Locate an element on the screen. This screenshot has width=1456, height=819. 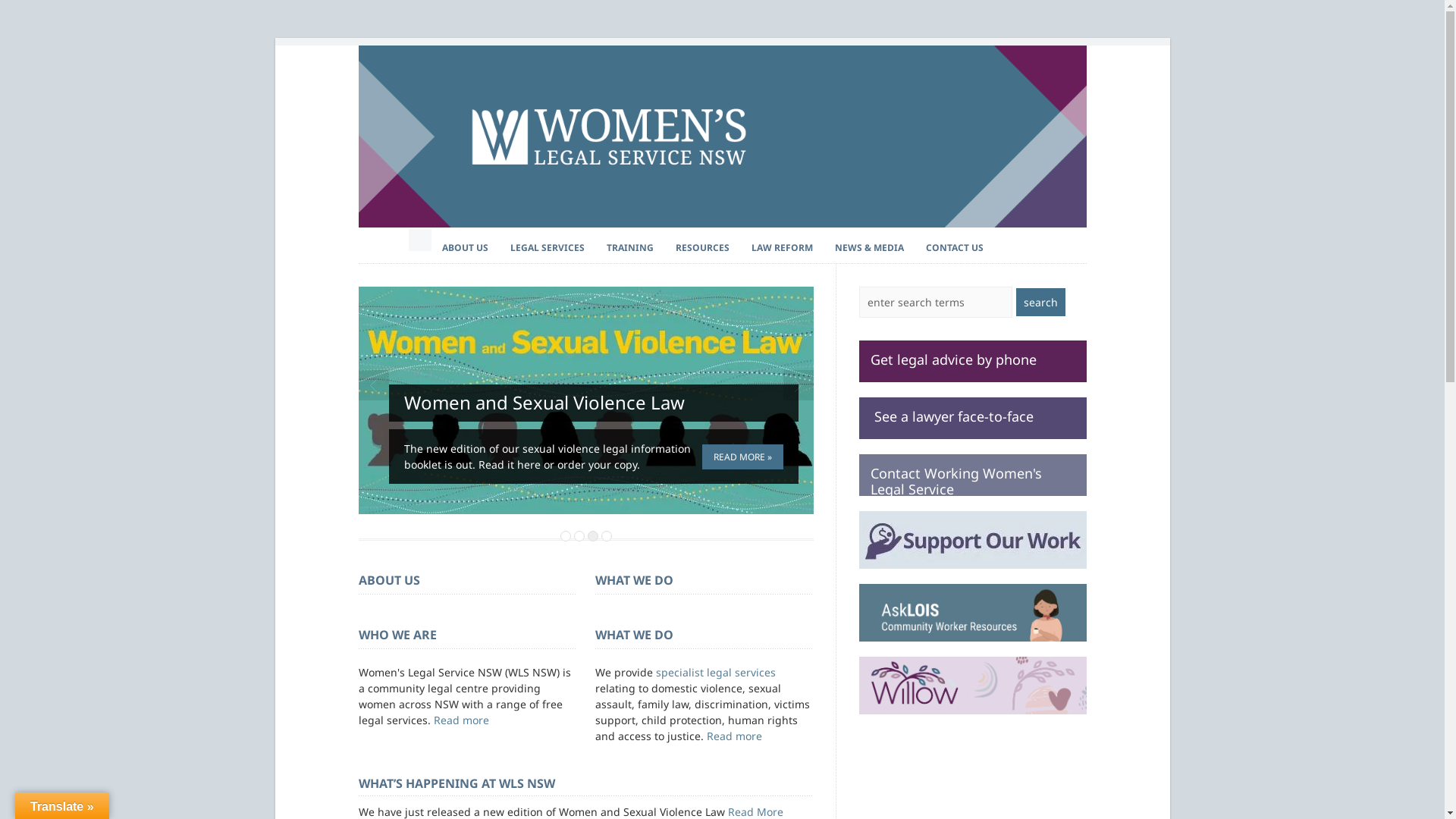
'Previous' is located at coordinates (372, 384).